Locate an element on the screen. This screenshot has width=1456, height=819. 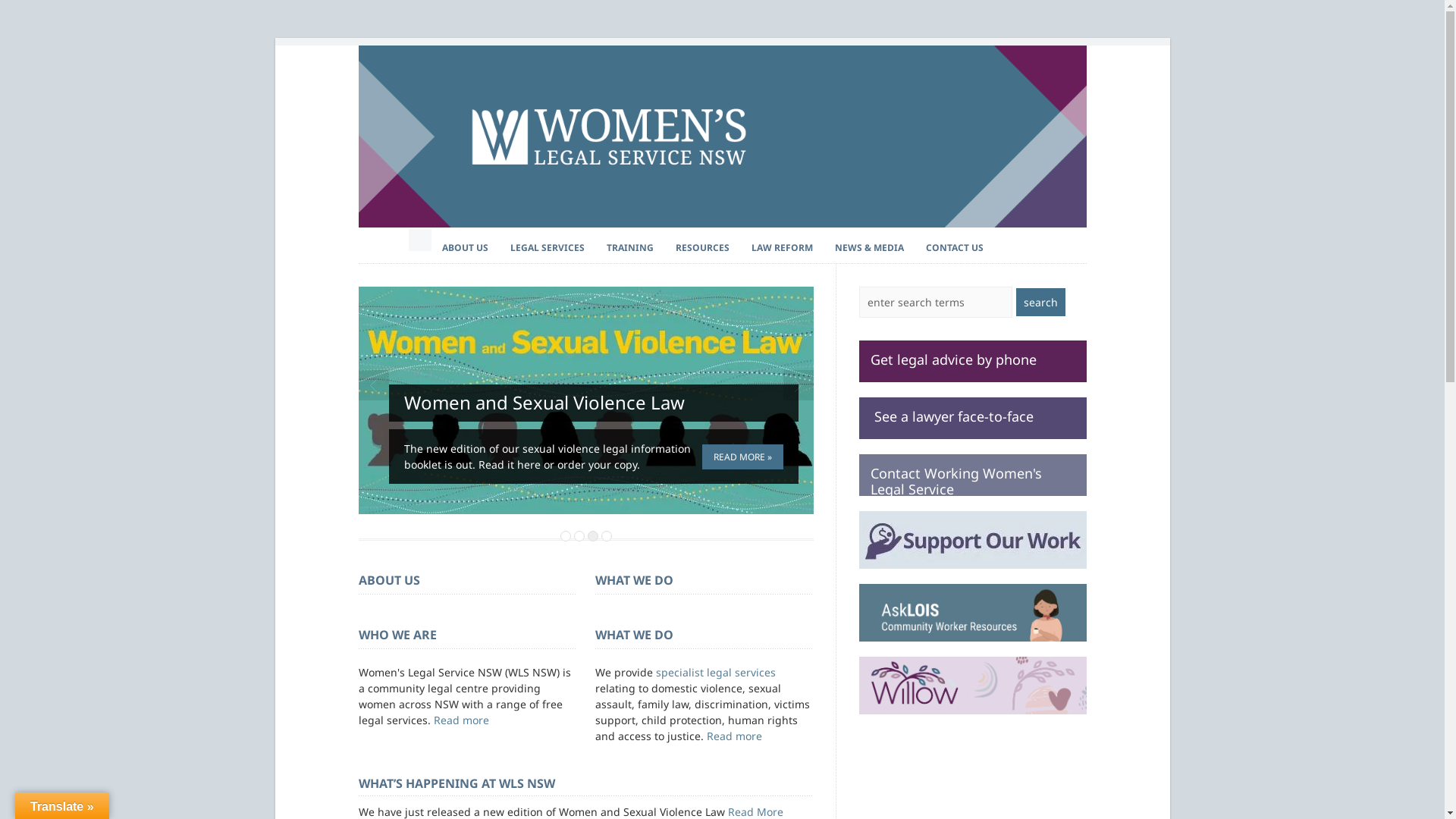
'Previous' is located at coordinates (372, 384).